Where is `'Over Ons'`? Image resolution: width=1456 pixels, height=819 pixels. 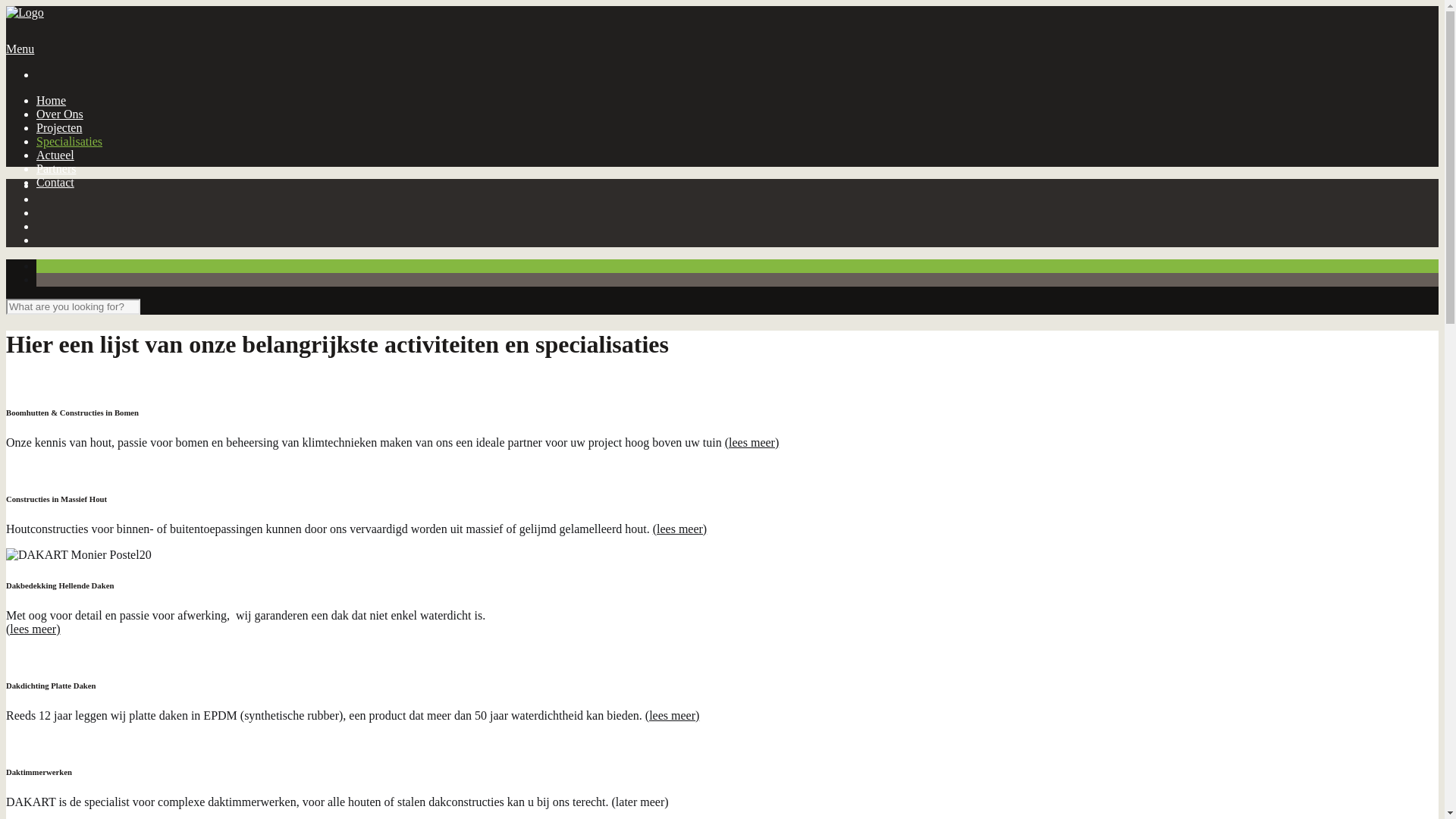 'Over Ons' is located at coordinates (59, 113).